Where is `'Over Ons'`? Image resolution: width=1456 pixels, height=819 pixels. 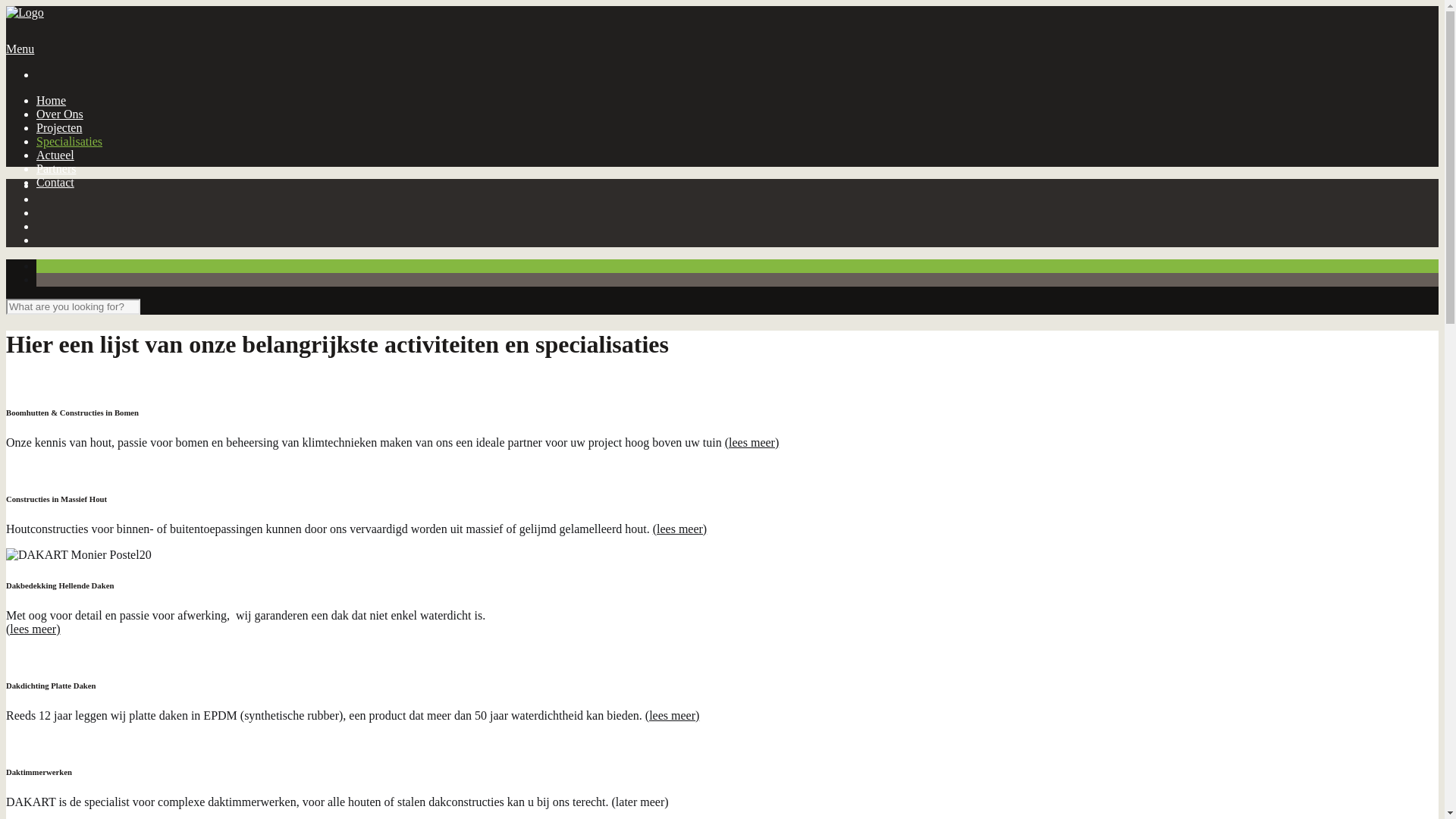 'Over Ons' is located at coordinates (59, 113).